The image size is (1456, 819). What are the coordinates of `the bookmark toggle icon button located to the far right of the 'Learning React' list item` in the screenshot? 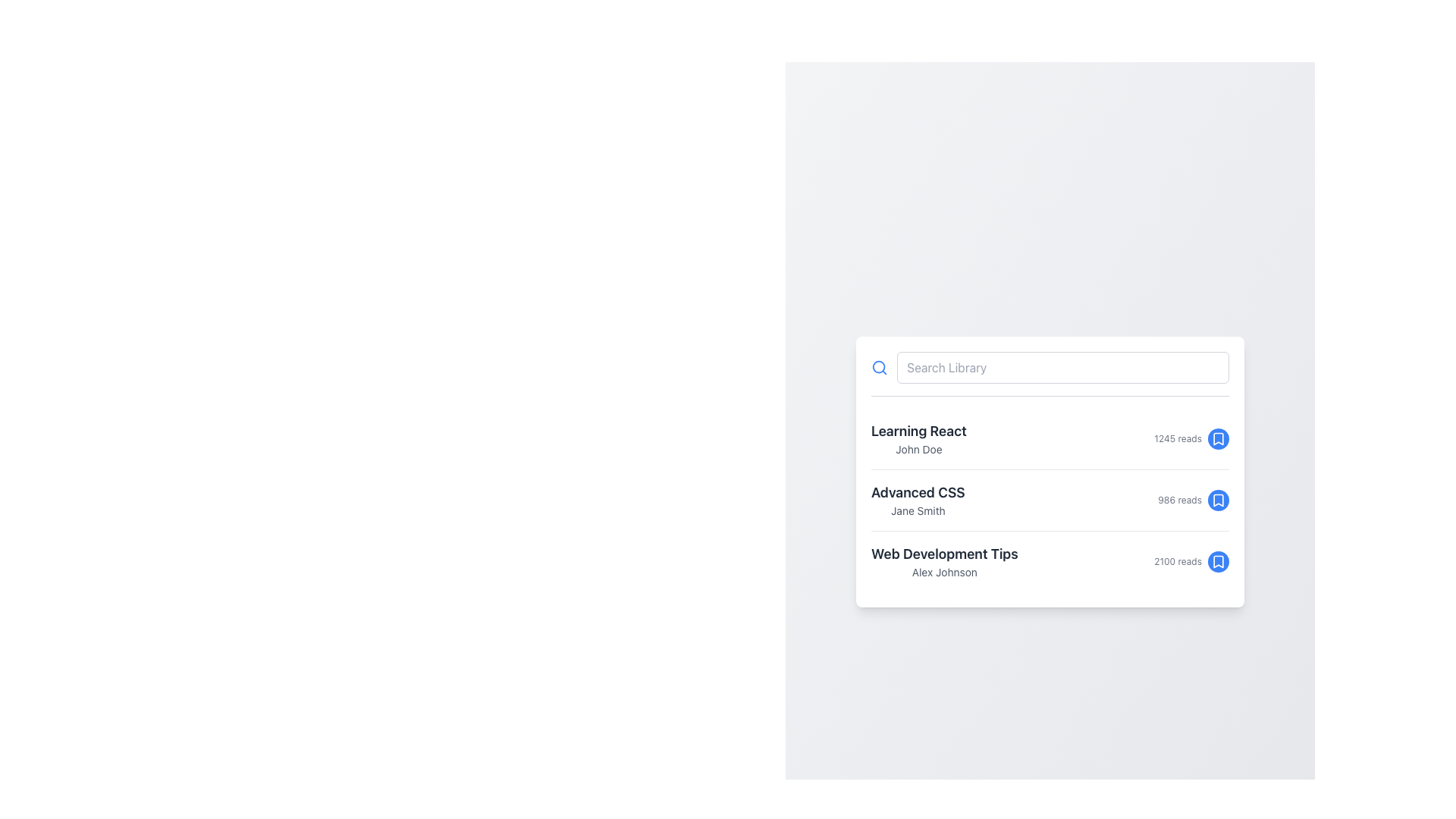 It's located at (1219, 438).